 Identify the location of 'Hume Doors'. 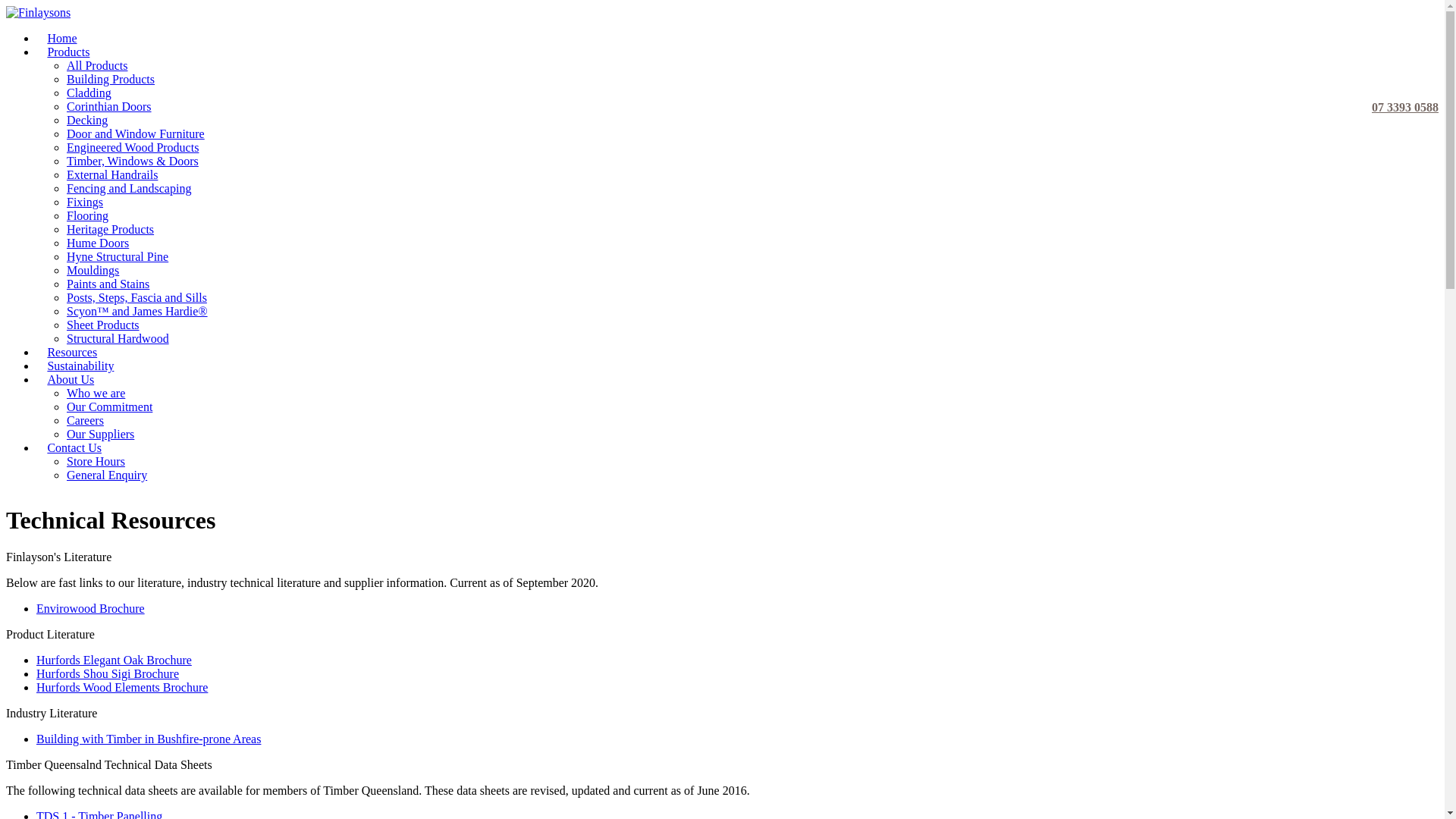
(97, 242).